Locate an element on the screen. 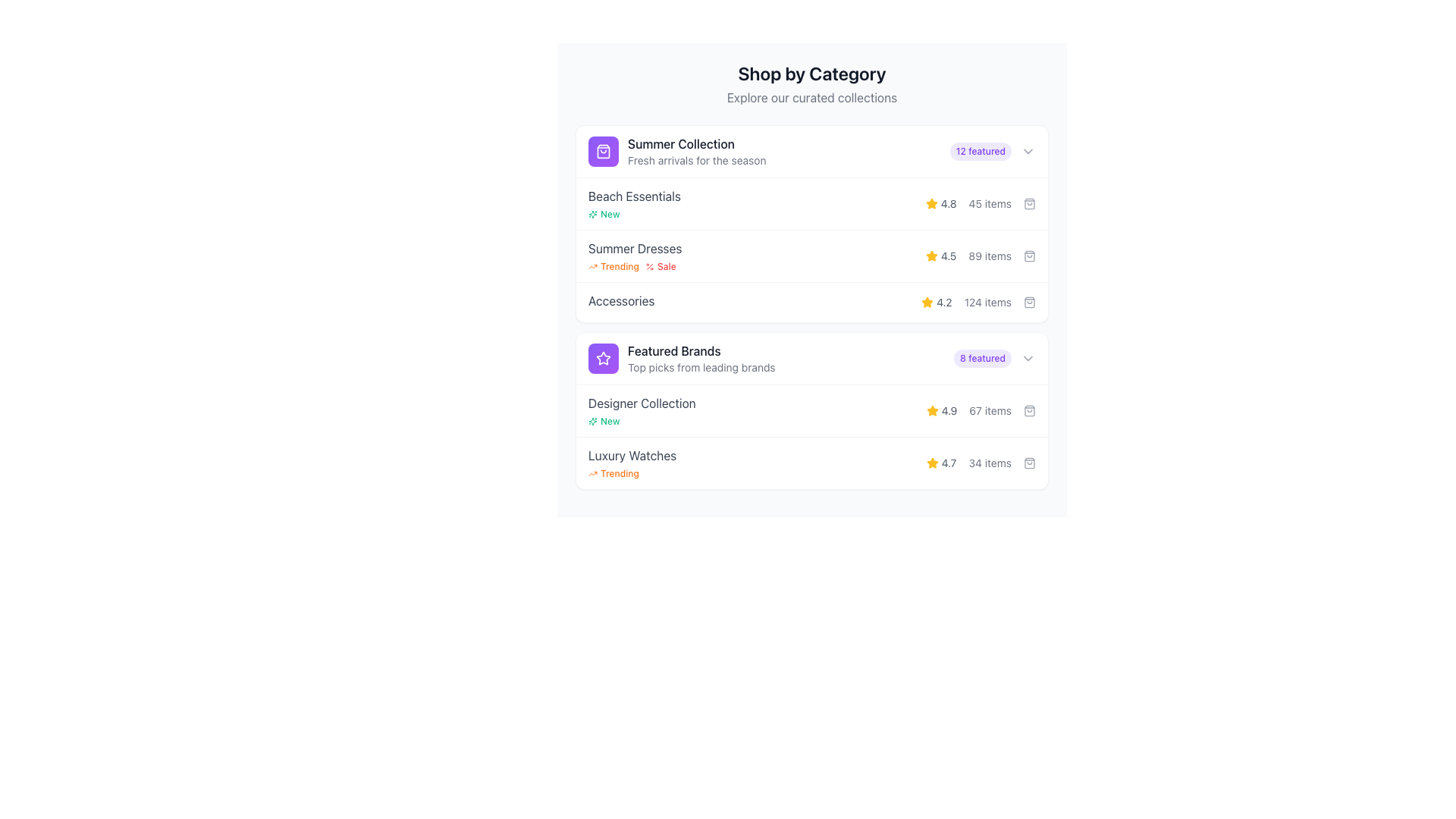  the Display information row containing a rating of 4.5 and '89 items' in the 'Summer Dresses' category is located at coordinates (981, 256).